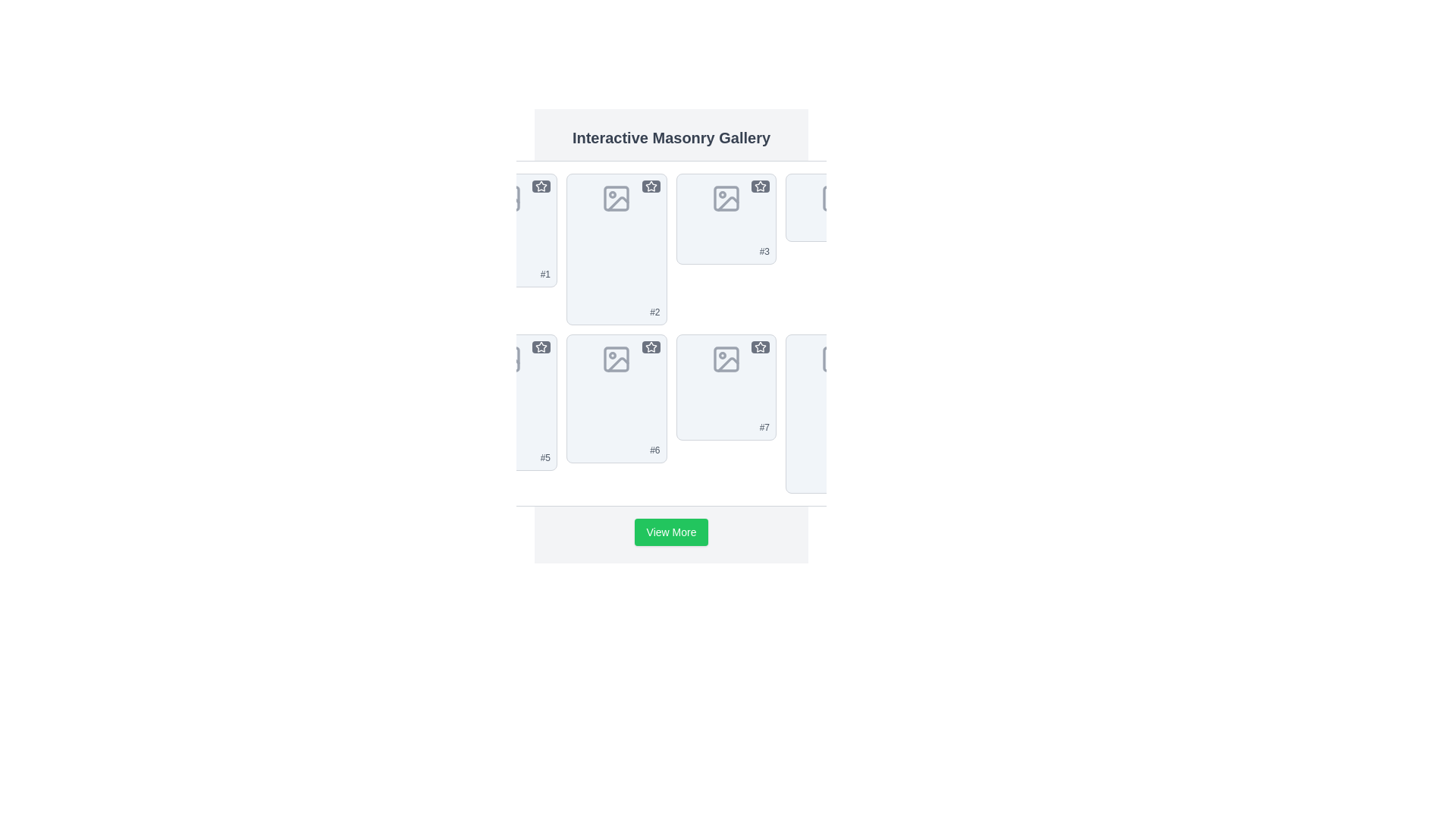  What do you see at coordinates (761, 185) in the screenshot?
I see `the rating icon located at the top right corner of the third item in the masonry gallery layout` at bounding box center [761, 185].